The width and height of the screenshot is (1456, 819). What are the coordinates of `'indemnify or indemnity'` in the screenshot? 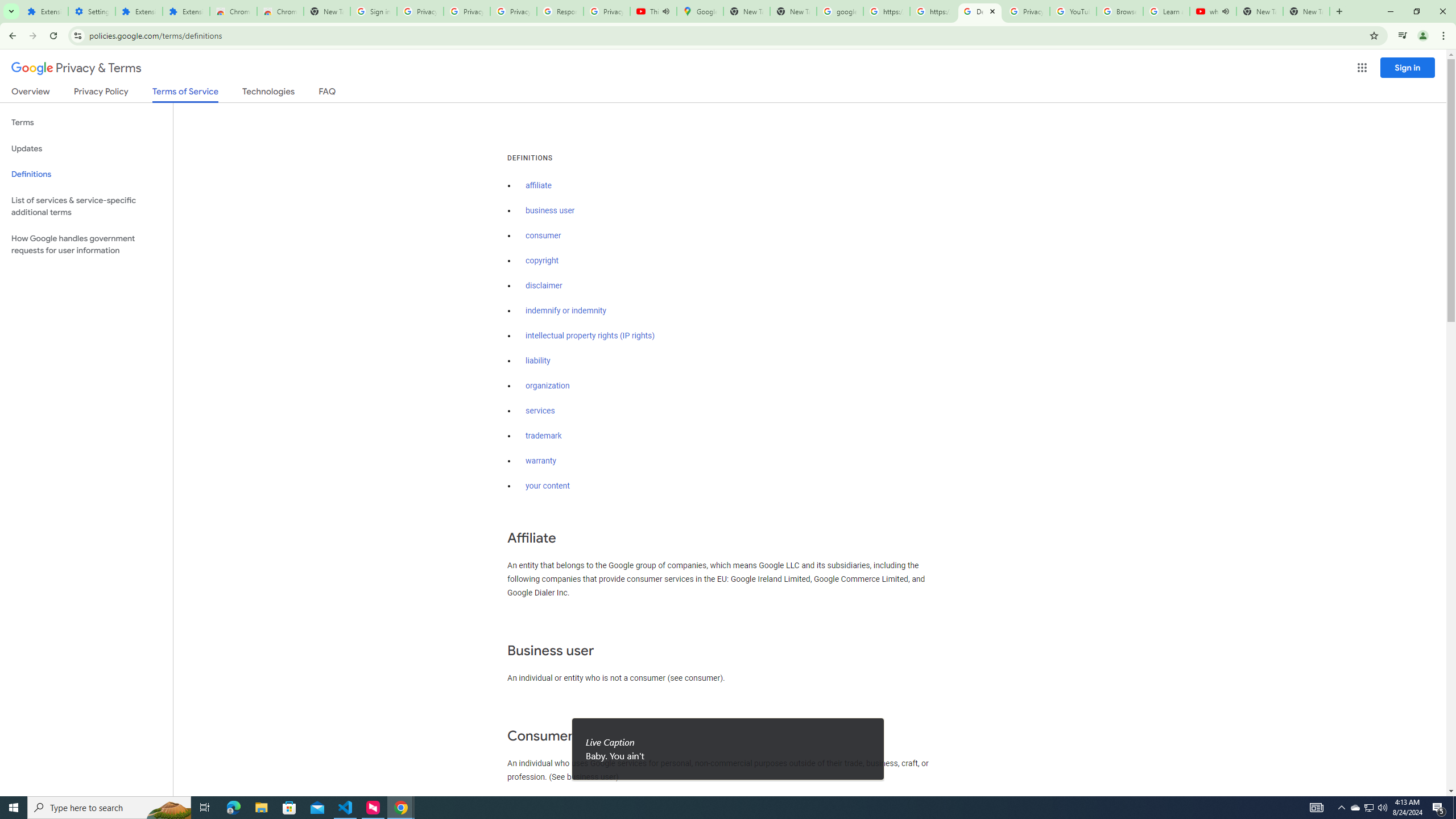 It's located at (565, 311).